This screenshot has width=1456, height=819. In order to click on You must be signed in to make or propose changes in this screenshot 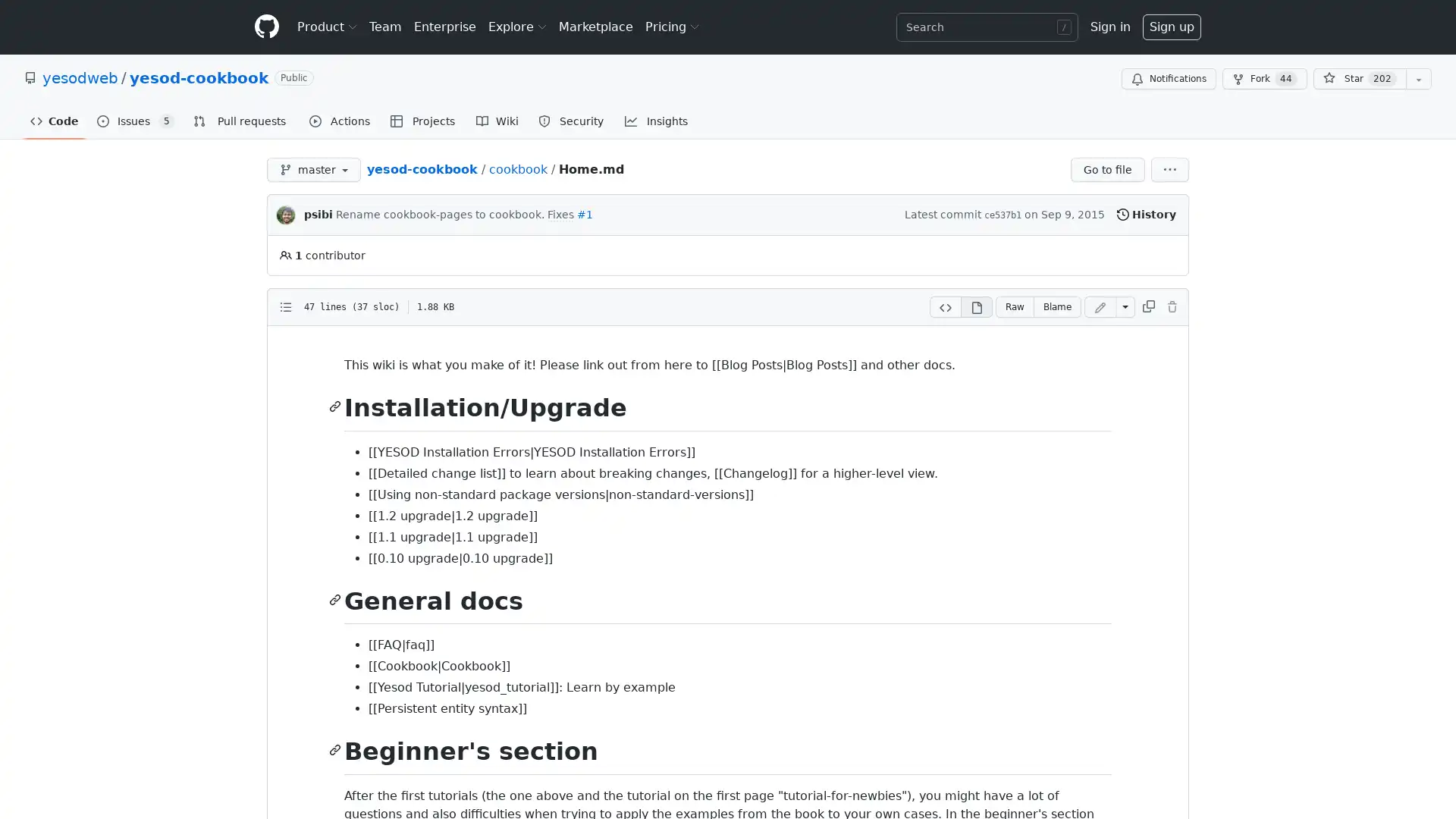, I will do `click(1171, 307)`.